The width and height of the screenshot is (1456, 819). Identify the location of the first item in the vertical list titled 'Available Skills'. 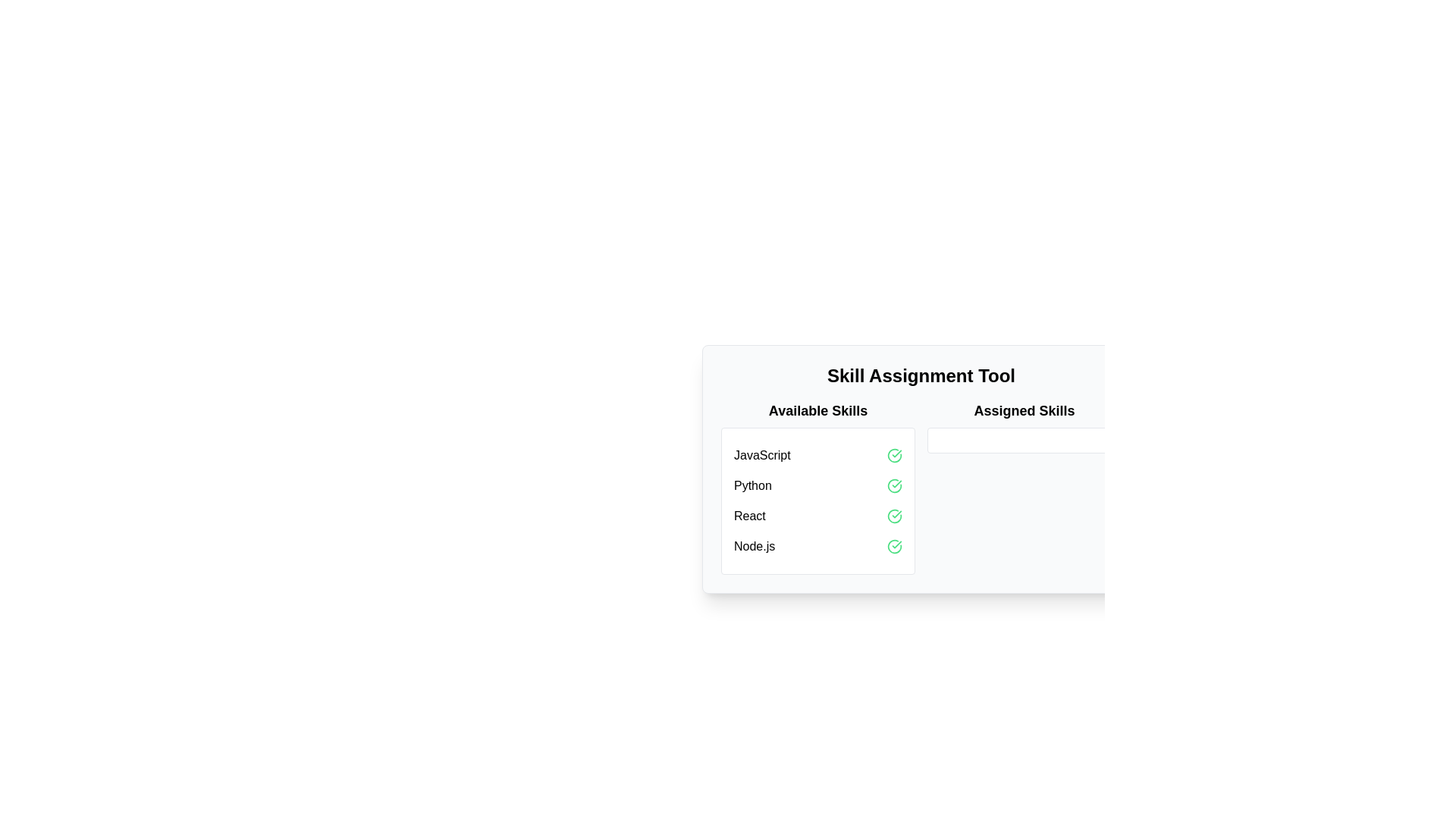
(817, 455).